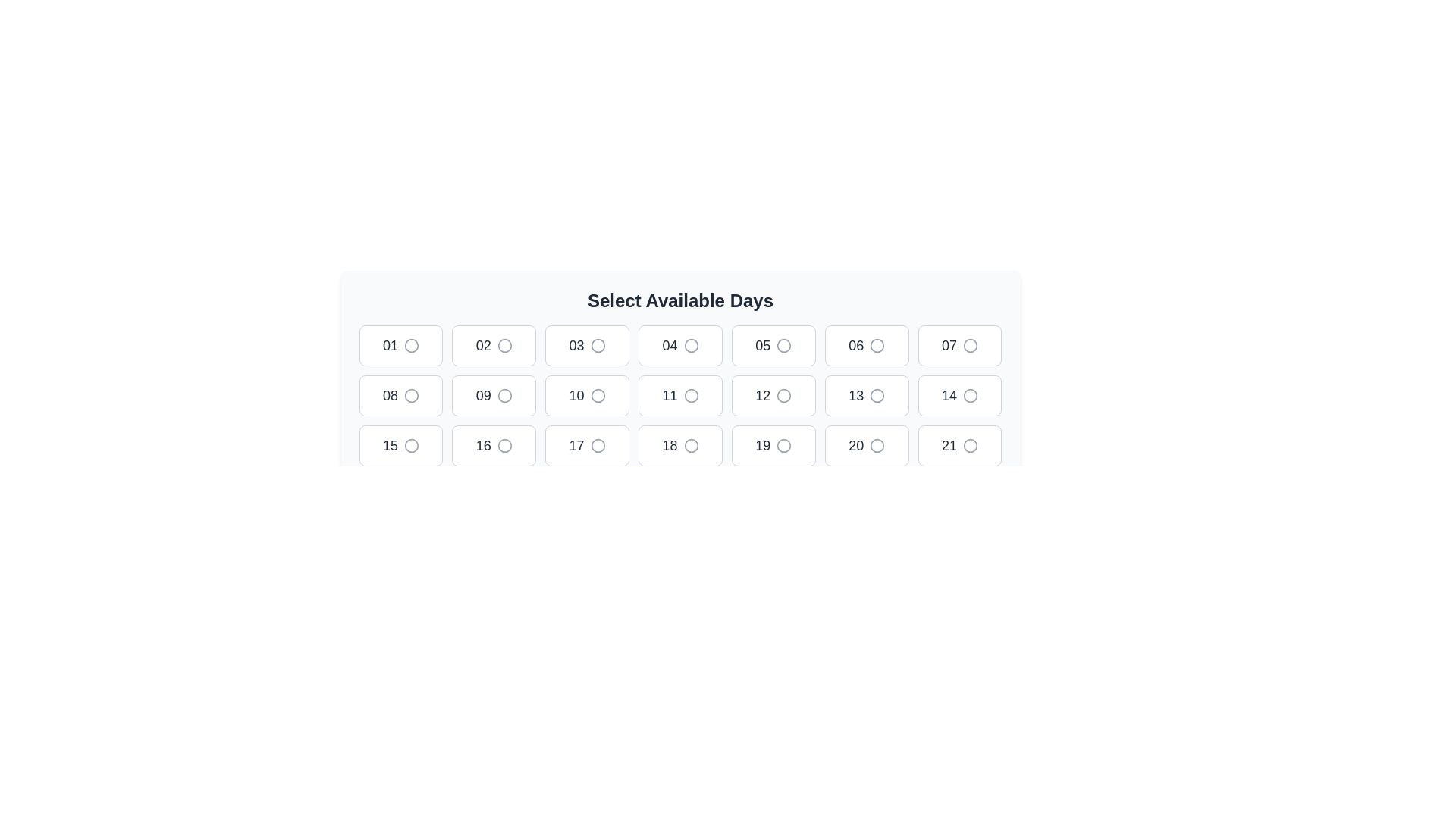 This screenshot has height=819, width=1456. I want to click on the radio button for selecting the date '20' in the grid under 'Select Available Days', so click(877, 444).